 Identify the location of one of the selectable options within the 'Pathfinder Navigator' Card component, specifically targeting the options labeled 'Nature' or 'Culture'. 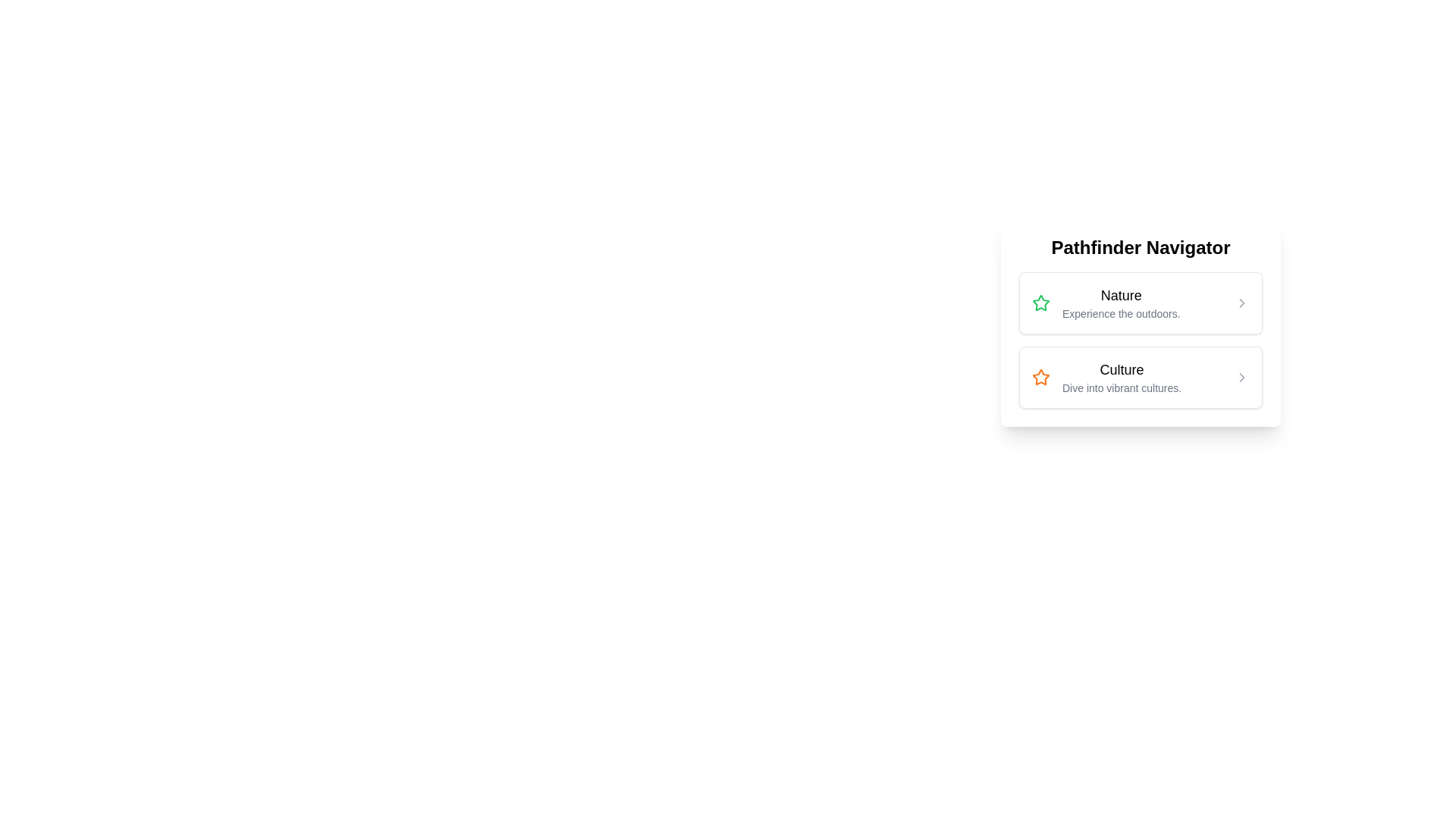
(1141, 383).